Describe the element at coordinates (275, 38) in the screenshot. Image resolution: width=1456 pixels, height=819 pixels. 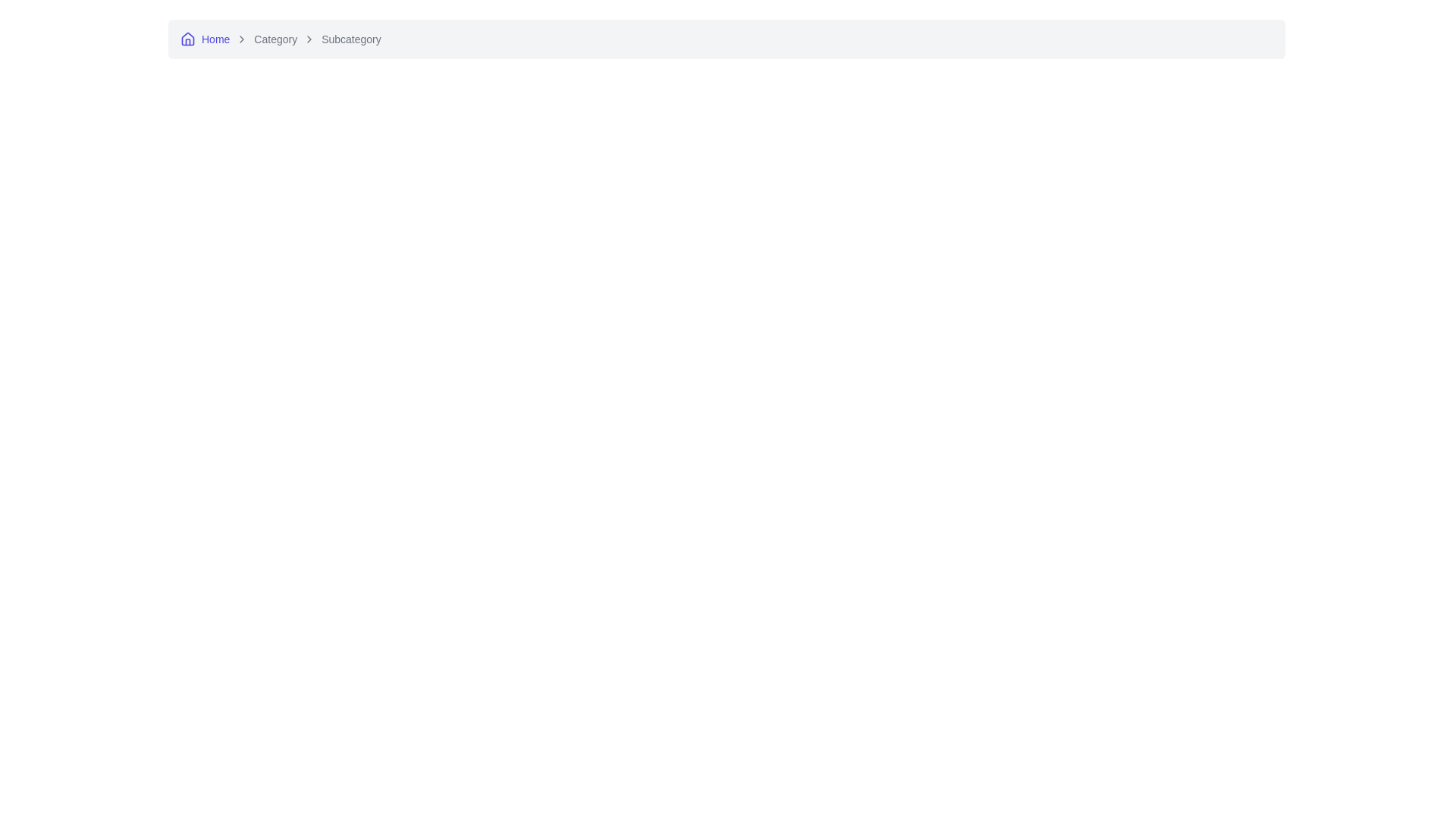
I see `the static text element displaying 'Category' in the breadcrumb navigation bar, located between 'Home' and 'Subcategory'` at that location.